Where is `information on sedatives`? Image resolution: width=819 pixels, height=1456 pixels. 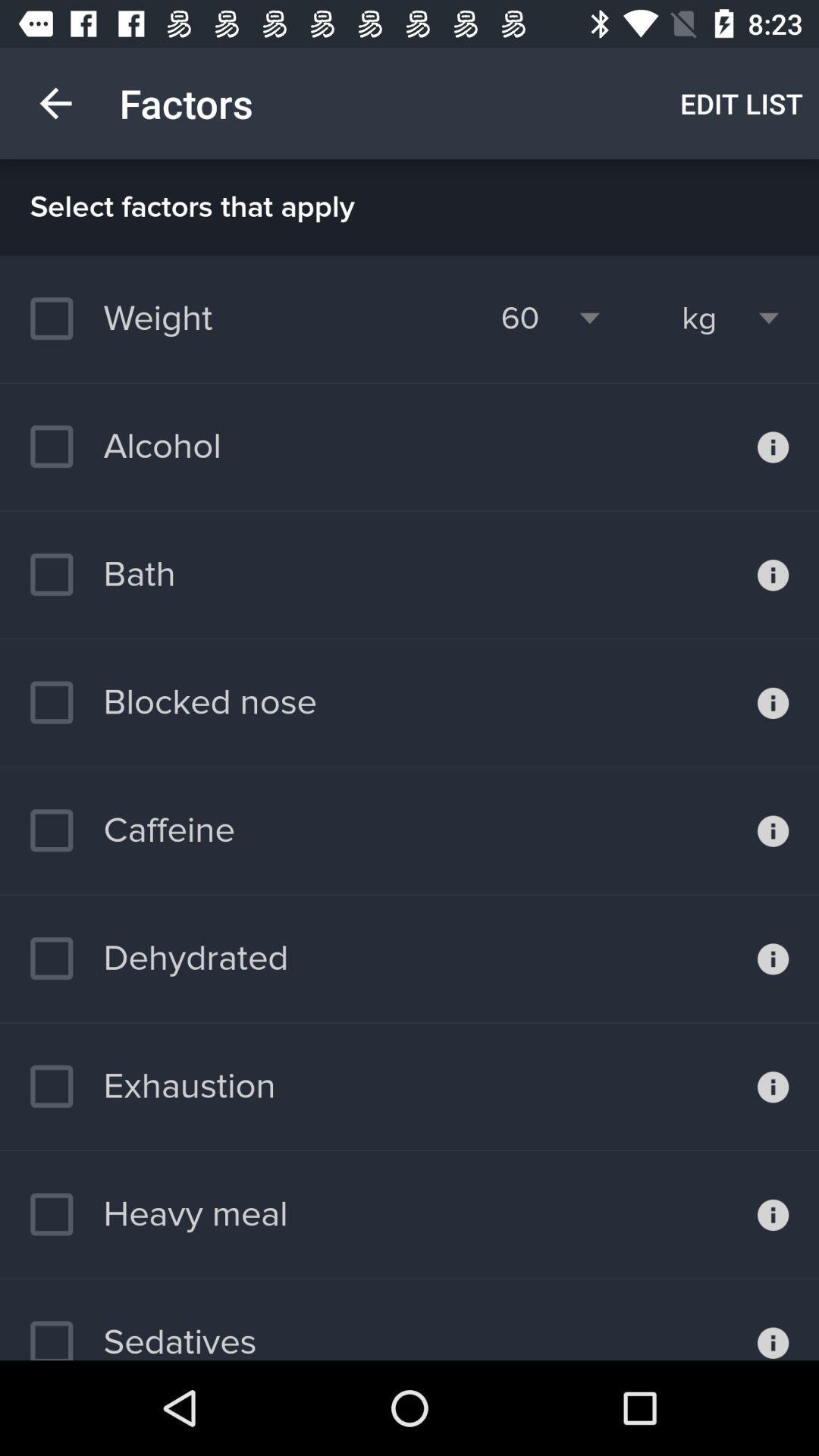
information on sedatives is located at coordinates (773, 1319).